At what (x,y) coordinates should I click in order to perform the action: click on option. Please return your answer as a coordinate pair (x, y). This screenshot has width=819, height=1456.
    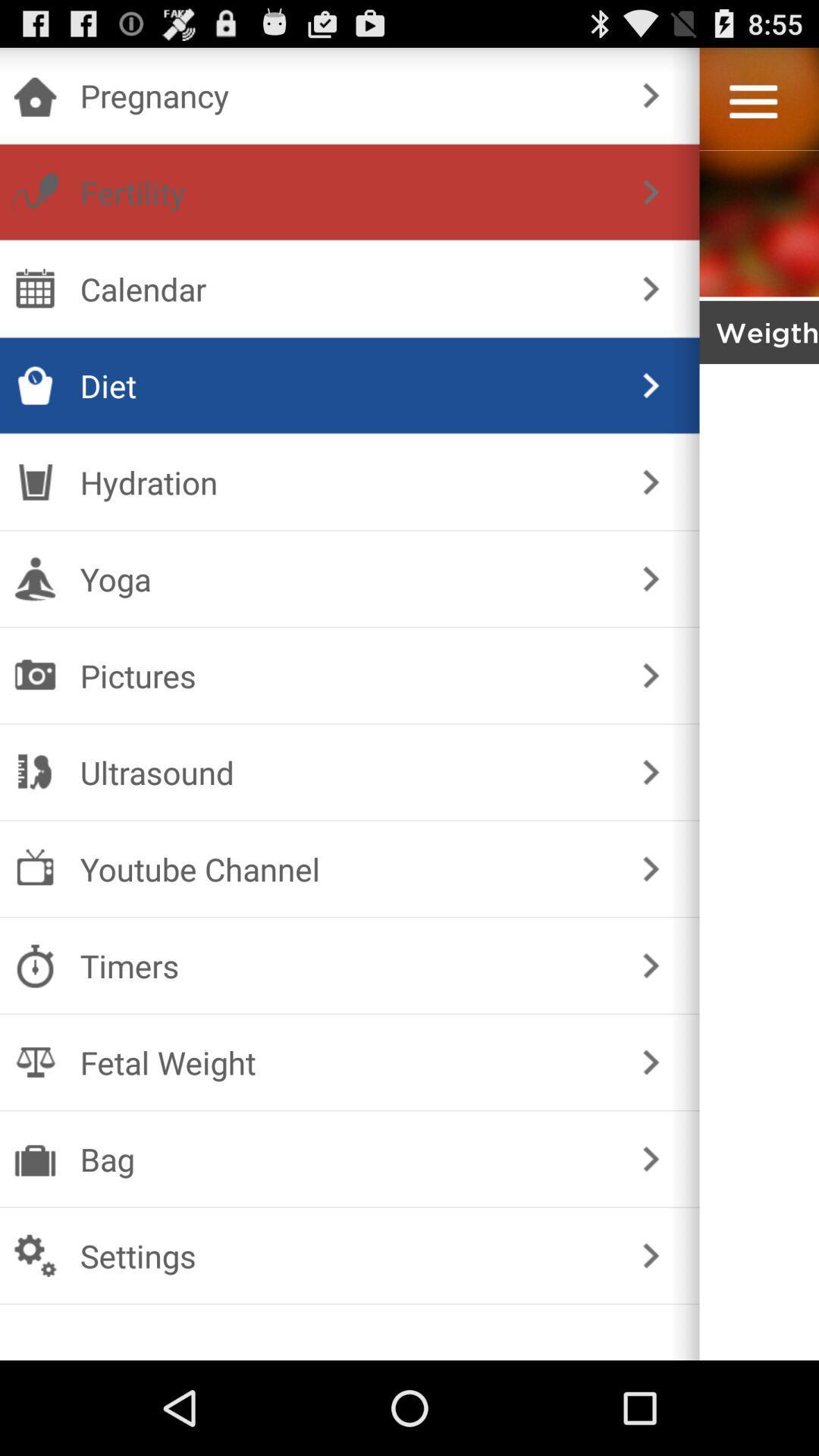
    Looking at the image, I should click on (753, 101).